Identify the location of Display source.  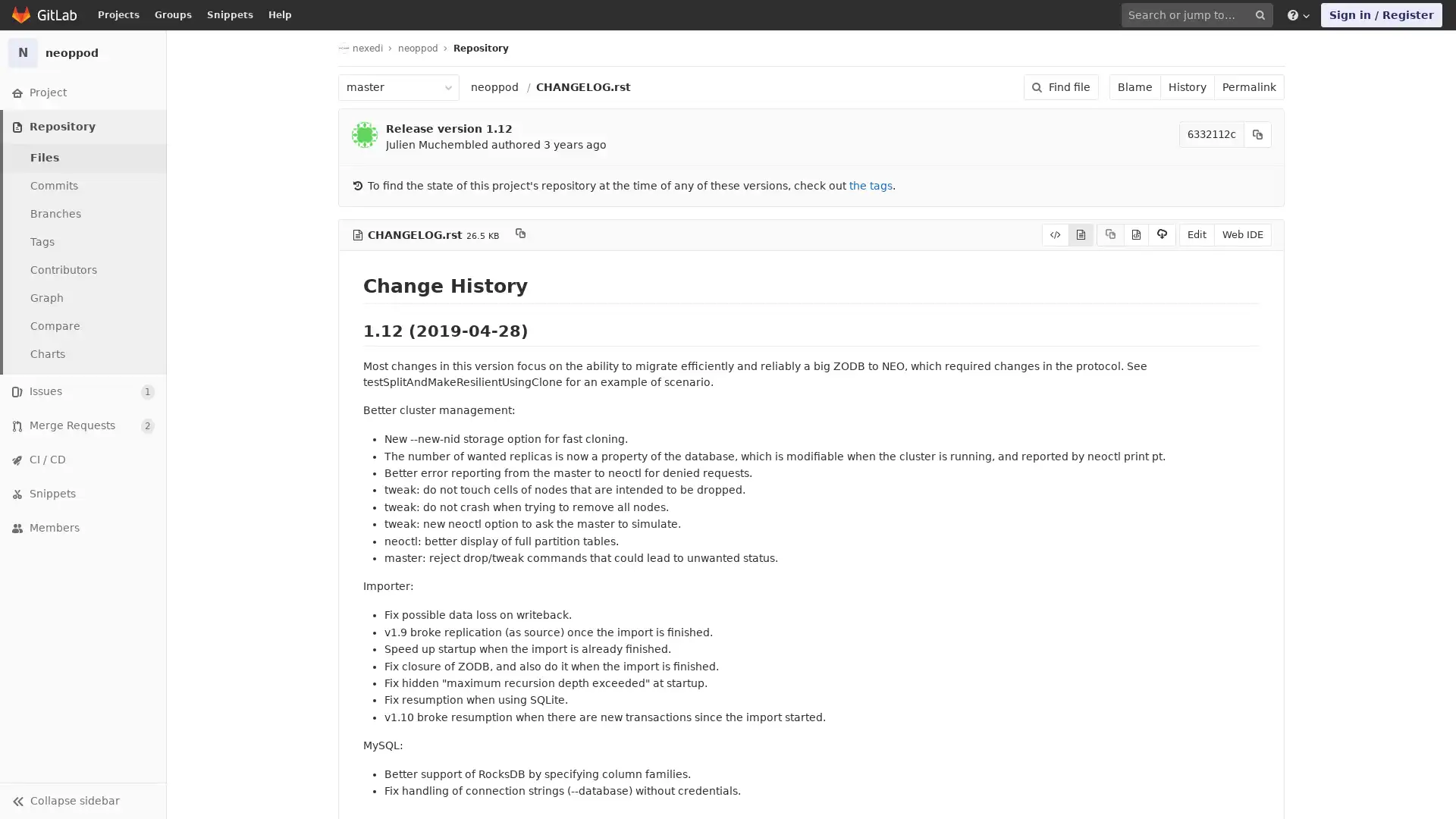
(1055, 234).